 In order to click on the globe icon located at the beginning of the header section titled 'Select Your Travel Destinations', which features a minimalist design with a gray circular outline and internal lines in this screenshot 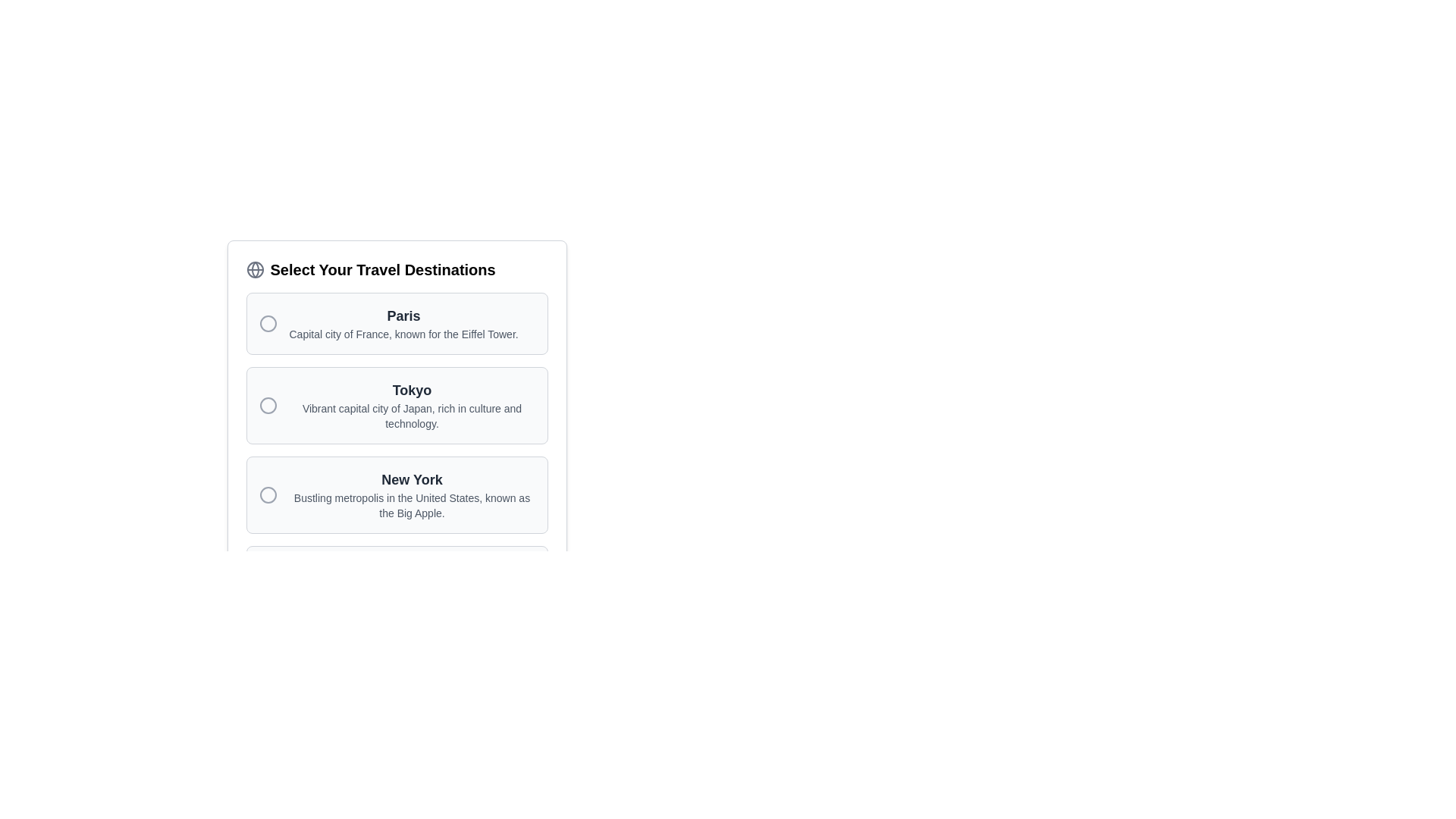, I will do `click(255, 268)`.